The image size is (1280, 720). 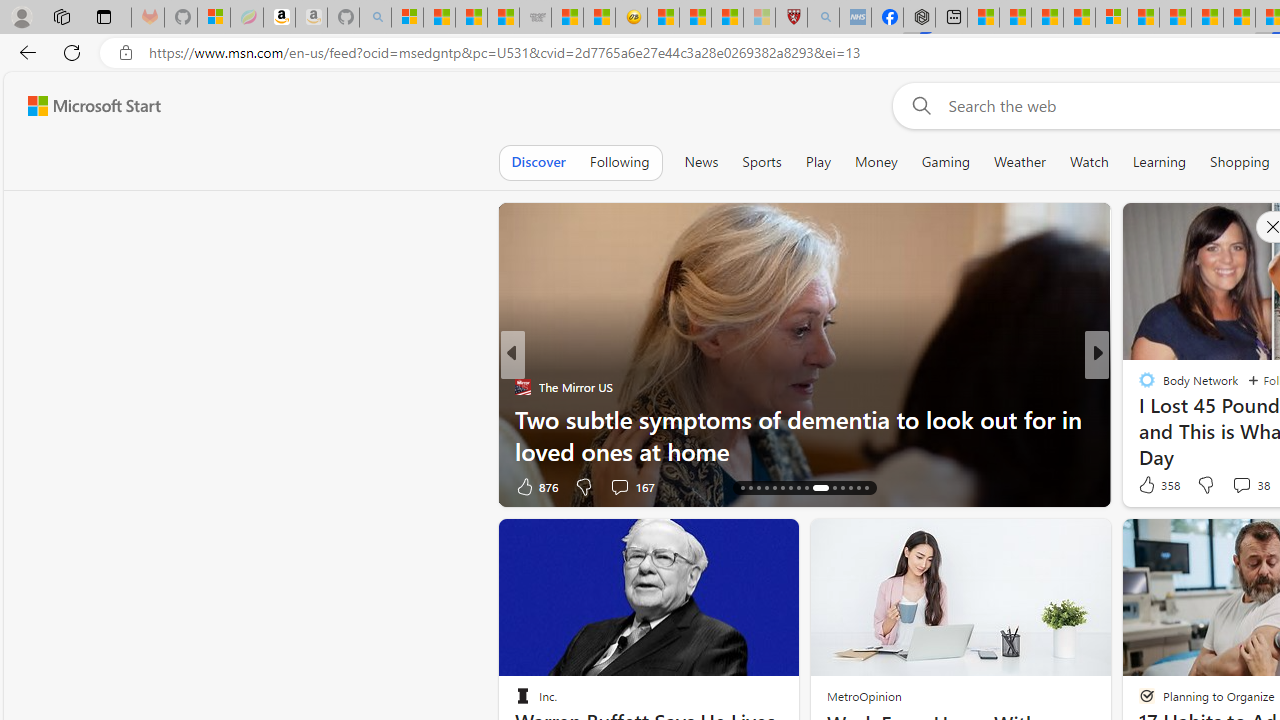 I want to click on 'AutomationID: tab-30', so click(x=865, y=488).